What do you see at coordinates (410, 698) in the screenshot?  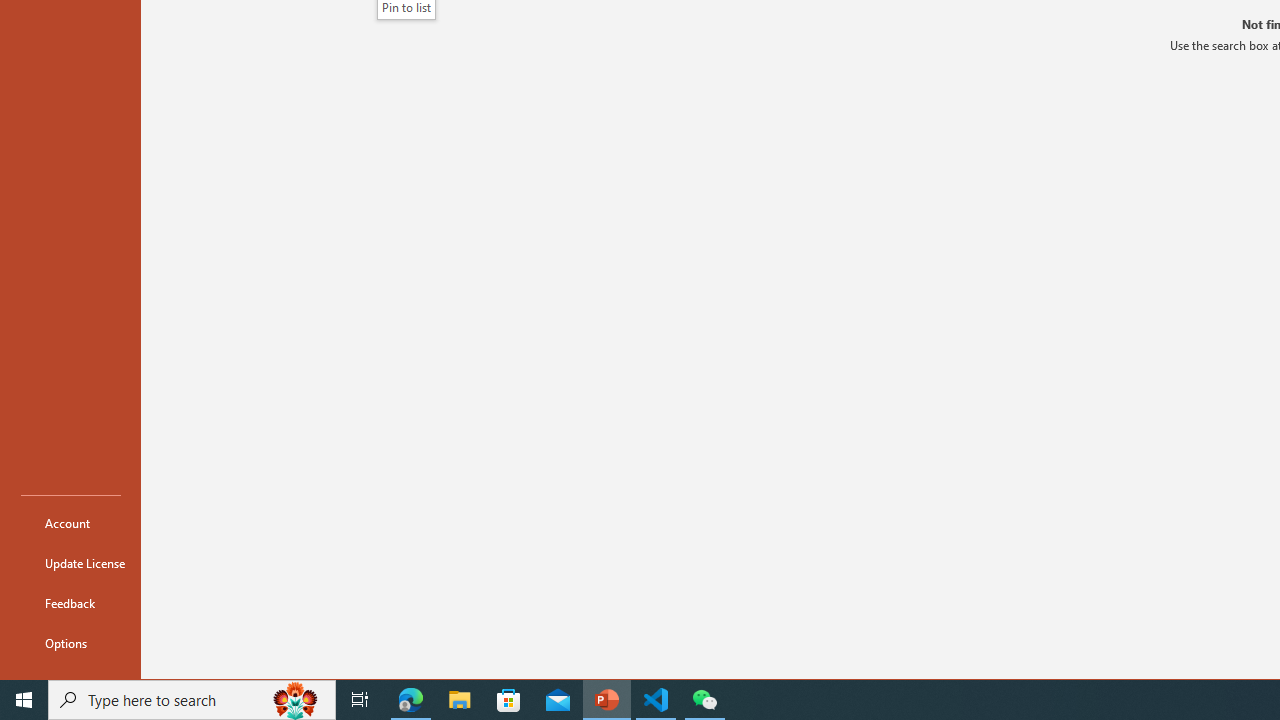 I see `'Microsoft Edge - 1 running window'` at bounding box center [410, 698].